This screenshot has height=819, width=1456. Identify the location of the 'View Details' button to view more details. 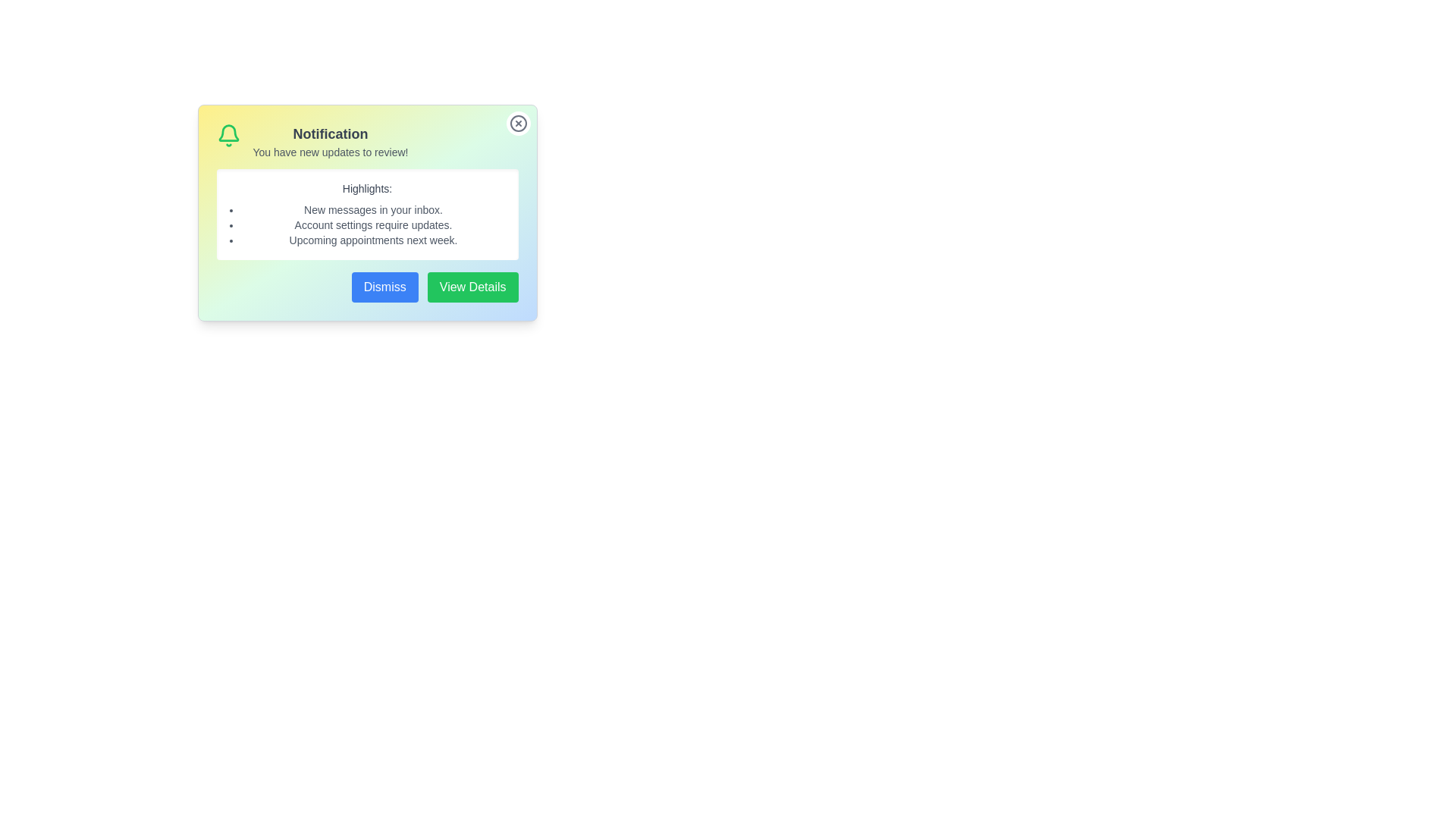
(472, 287).